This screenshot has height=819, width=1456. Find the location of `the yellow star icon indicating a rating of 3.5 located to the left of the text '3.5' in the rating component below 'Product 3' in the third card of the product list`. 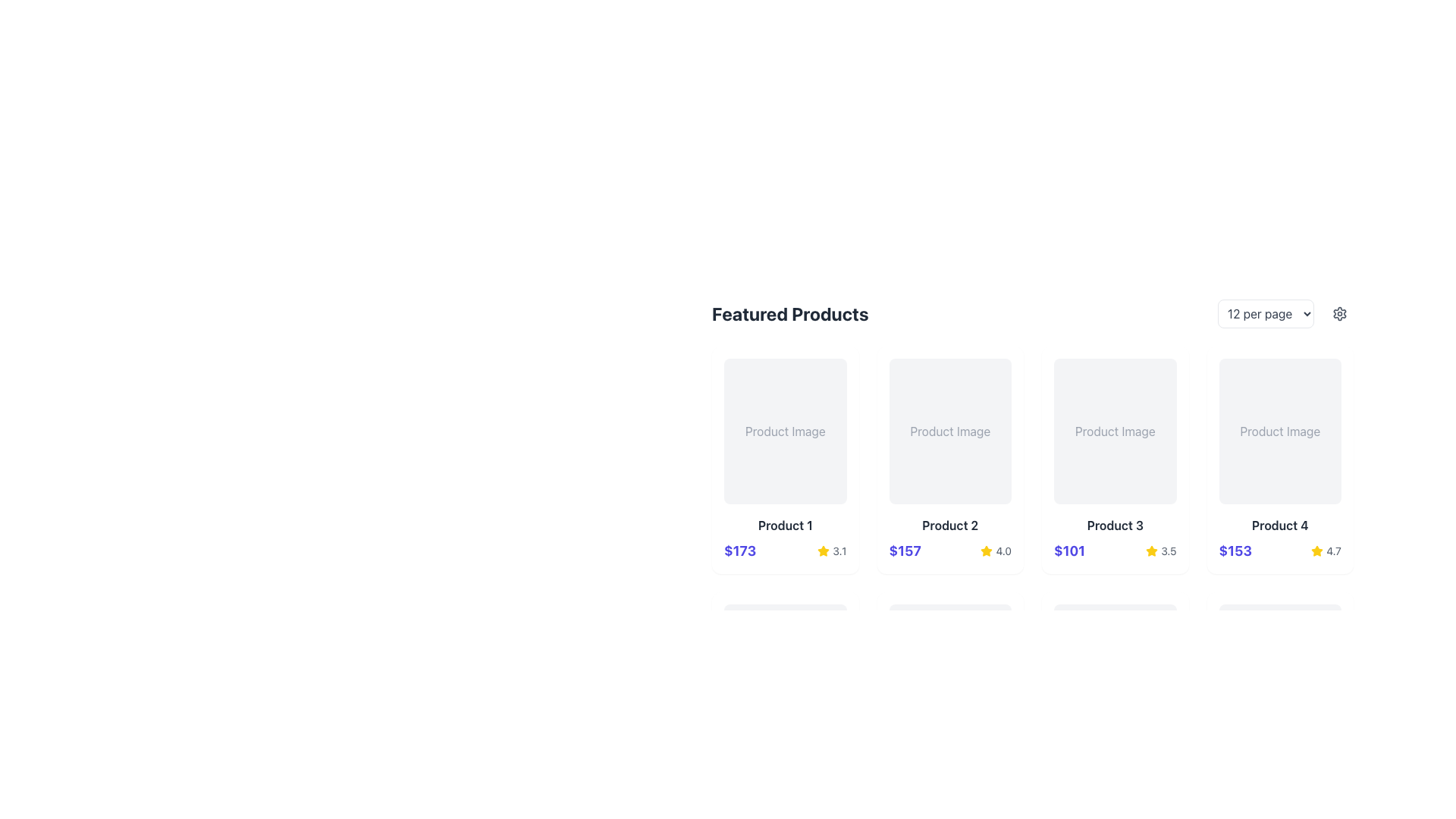

the yellow star icon indicating a rating of 3.5 located to the left of the text '3.5' in the rating component below 'Product 3' in the third card of the product list is located at coordinates (1152, 551).